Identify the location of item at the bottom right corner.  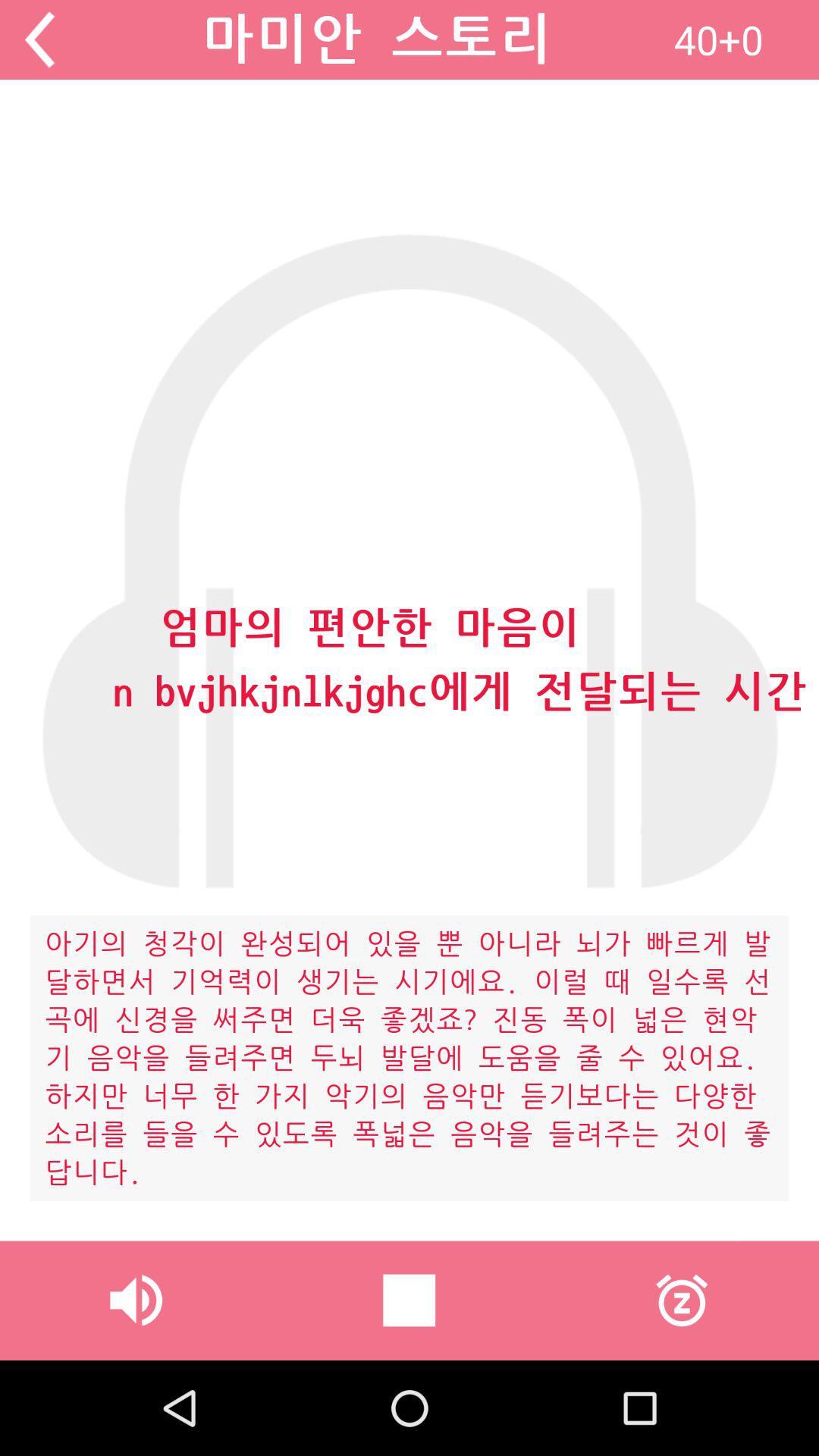
(681, 1299).